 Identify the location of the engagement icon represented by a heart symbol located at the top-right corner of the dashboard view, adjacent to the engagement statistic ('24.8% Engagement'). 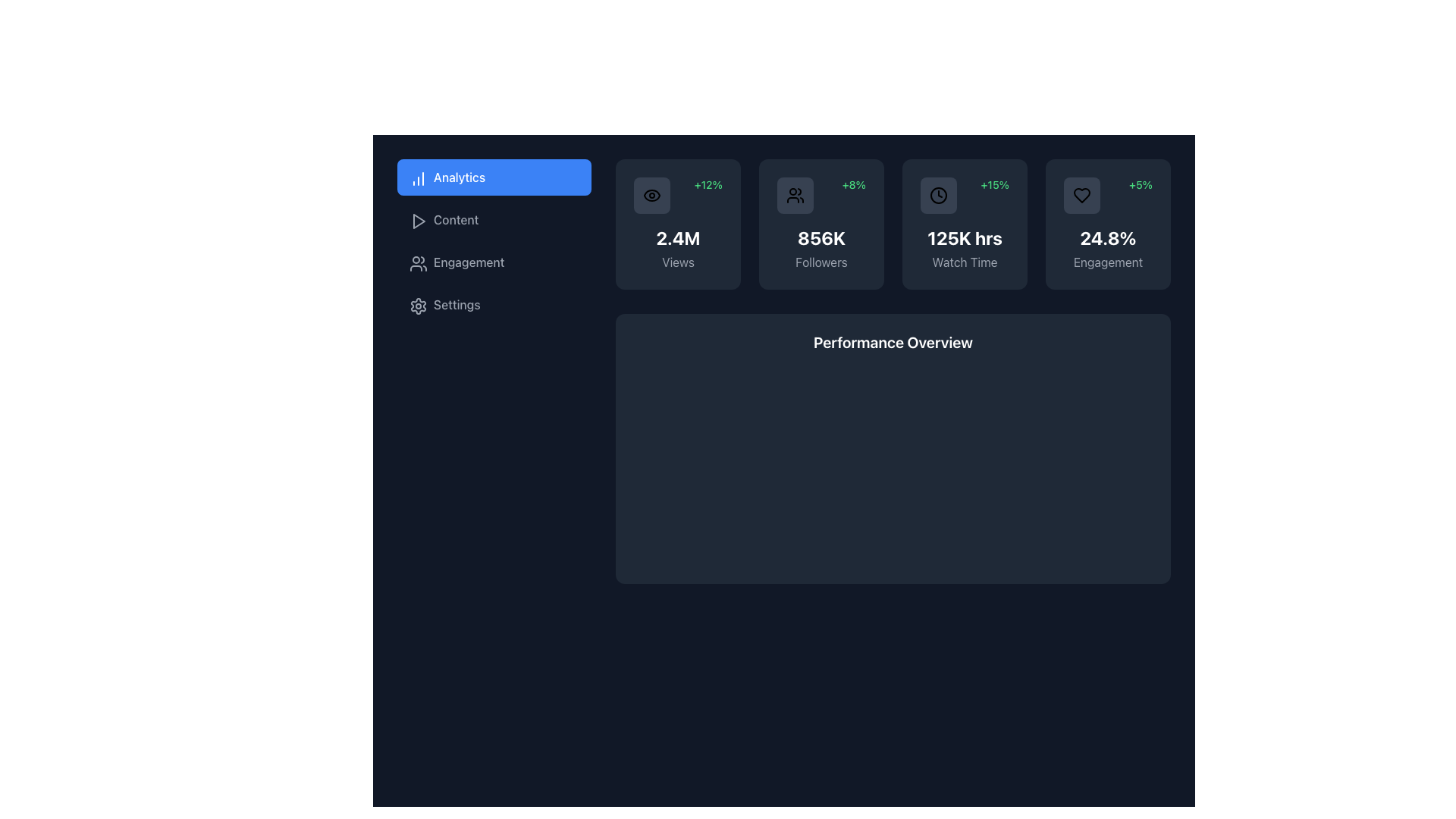
(1081, 195).